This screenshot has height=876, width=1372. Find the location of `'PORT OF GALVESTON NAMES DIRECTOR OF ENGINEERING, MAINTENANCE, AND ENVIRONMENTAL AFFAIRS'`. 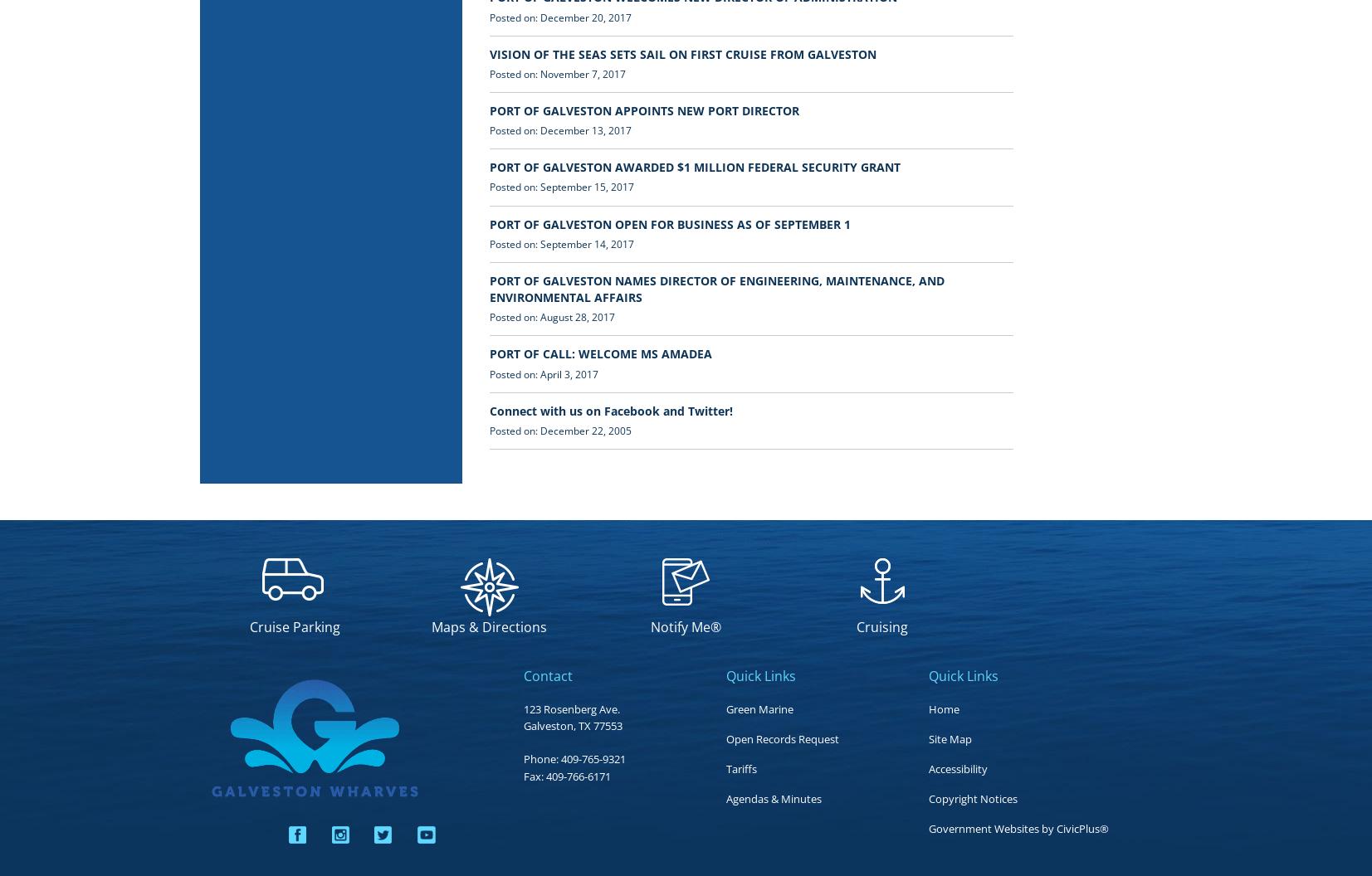

'PORT OF GALVESTON NAMES DIRECTOR OF ENGINEERING, MAINTENANCE, AND ENVIRONMENTAL AFFAIRS' is located at coordinates (488, 287).